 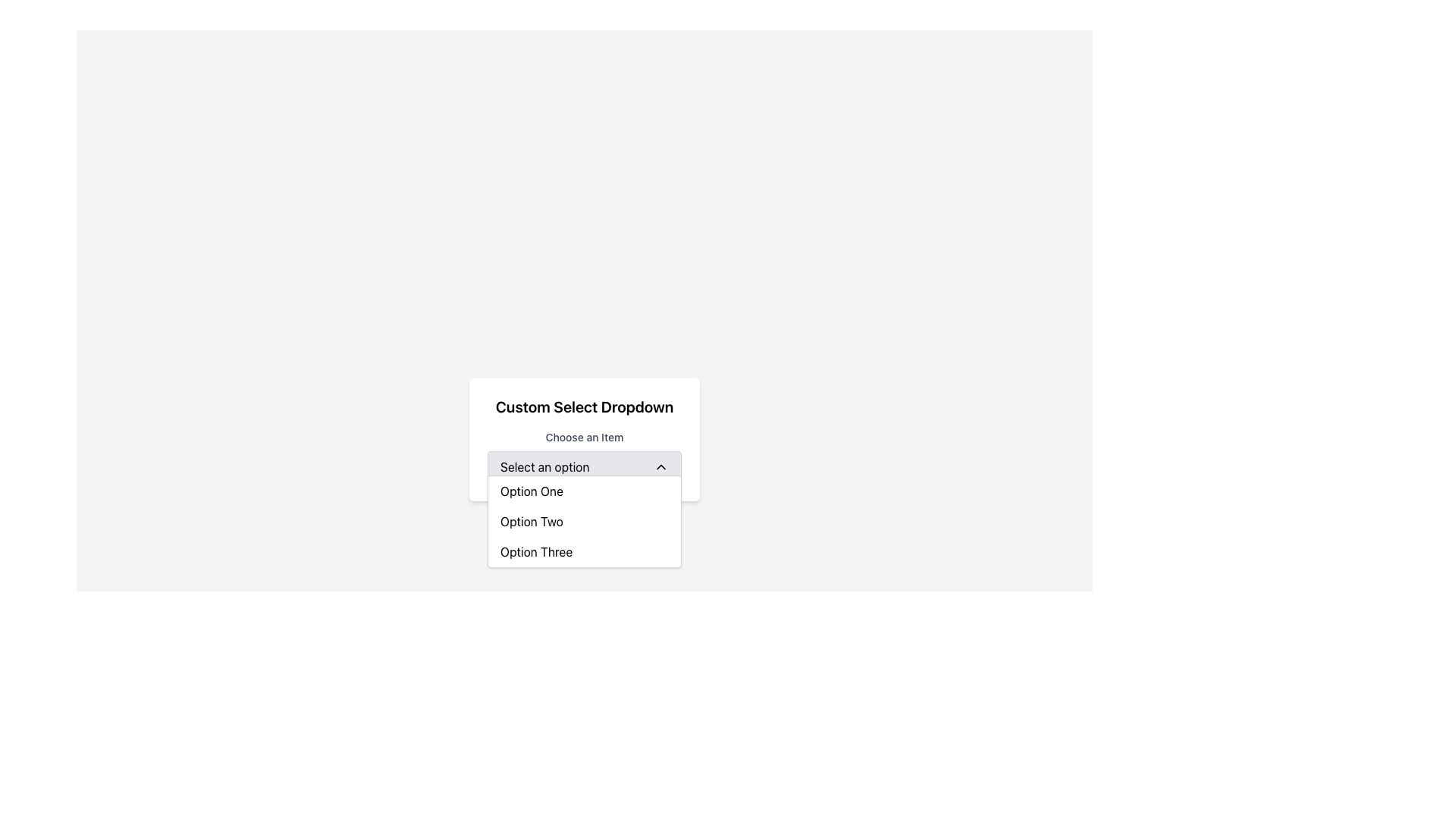 What do you see at coordinates (584, 520) in the screenshot?
I see `the 'Option Two' item in the dropdown menu` at bounding box center [584, 520].